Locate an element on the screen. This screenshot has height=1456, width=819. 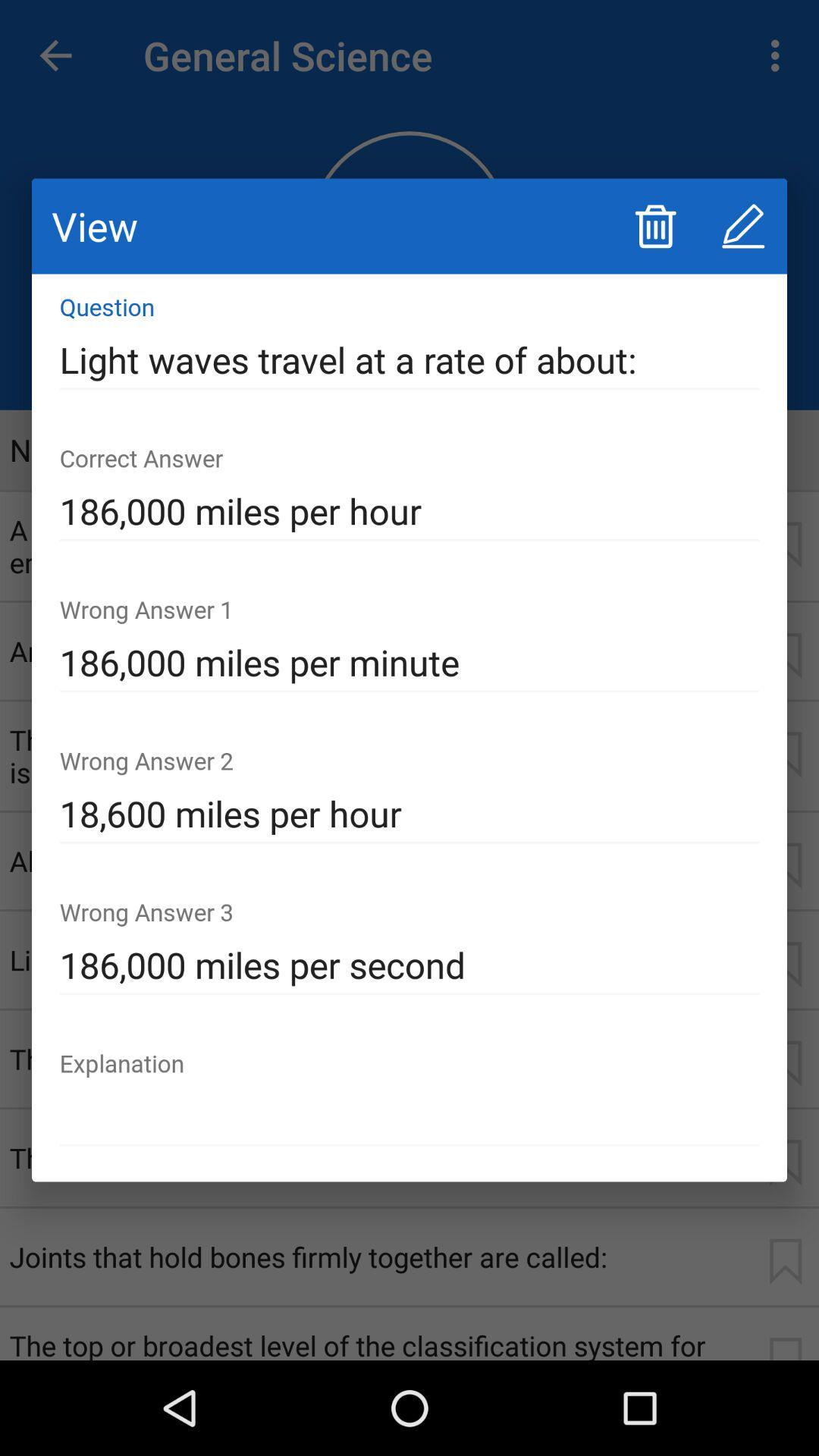
the 18 600 miles is located at coordinates (409, 814).